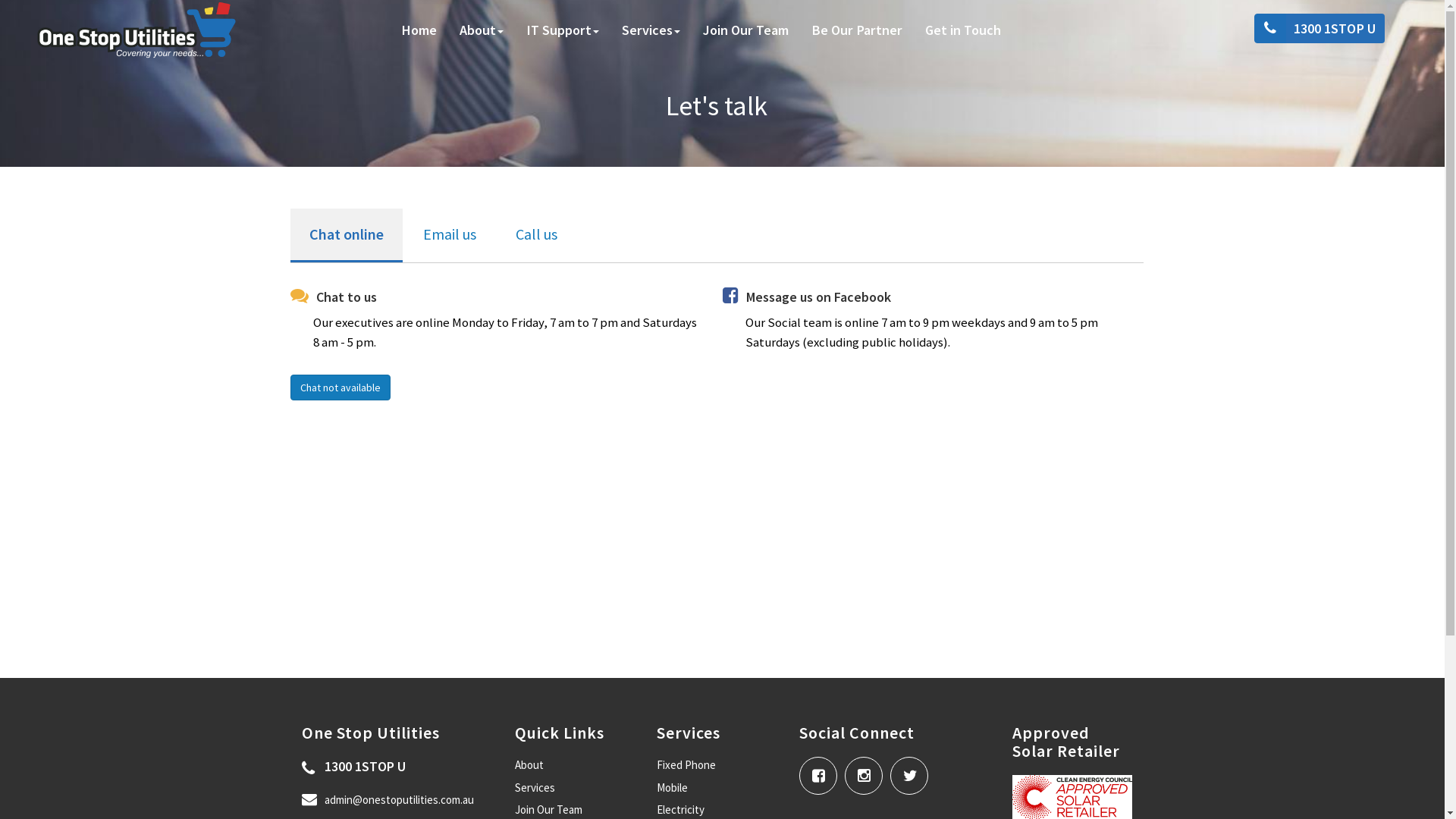 The image size is (1456, 819). What do you see at coordinates (480, 30) in the screenshot?
I see `'About'` at bounding box center [480, 30].